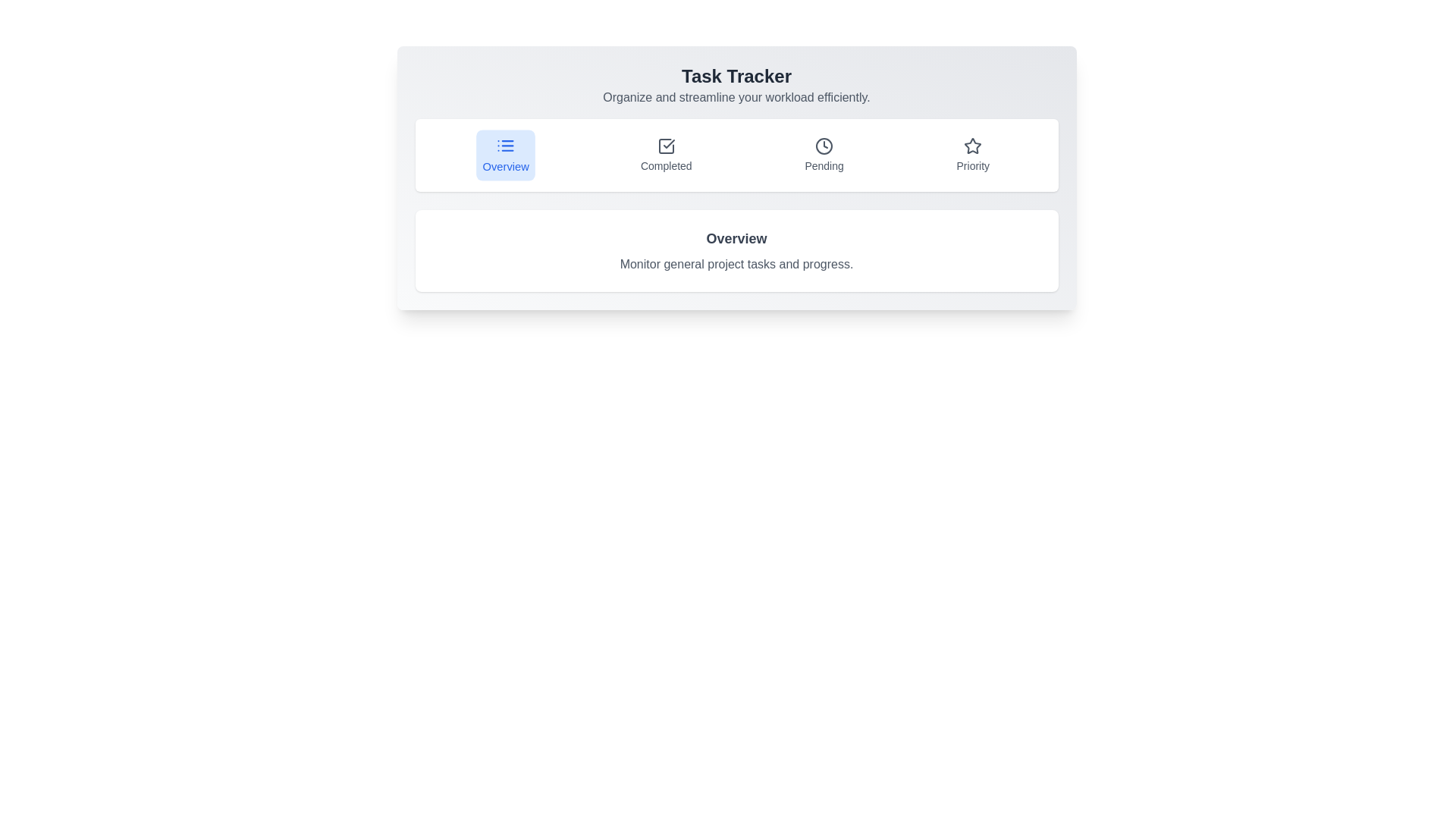 This screenshot has height=819, width=1456. I want to click on the Pending tab to view its content, so click(823, 155).